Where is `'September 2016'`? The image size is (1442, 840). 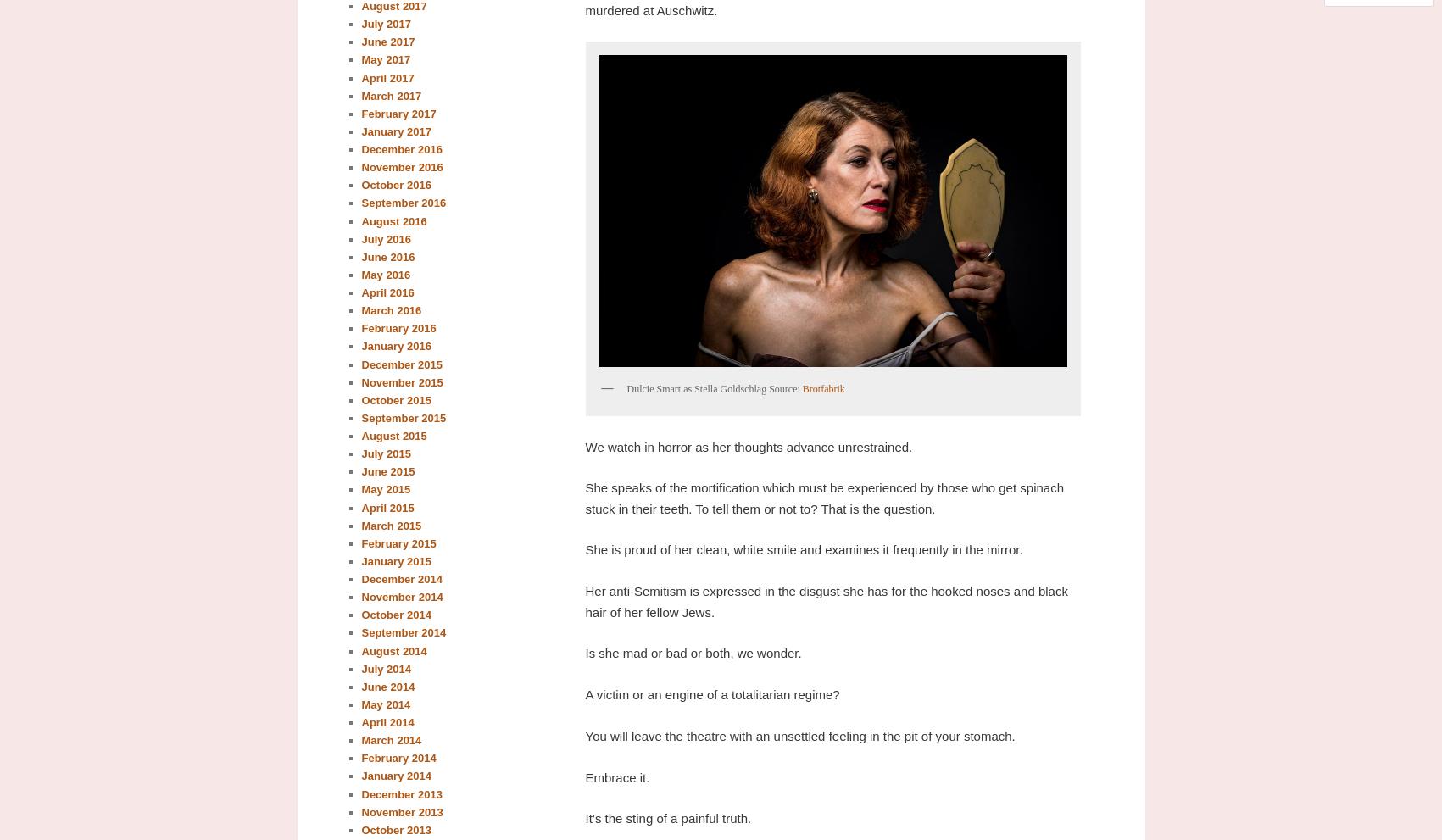 'September 2016' is located at coordinates (402, 203).